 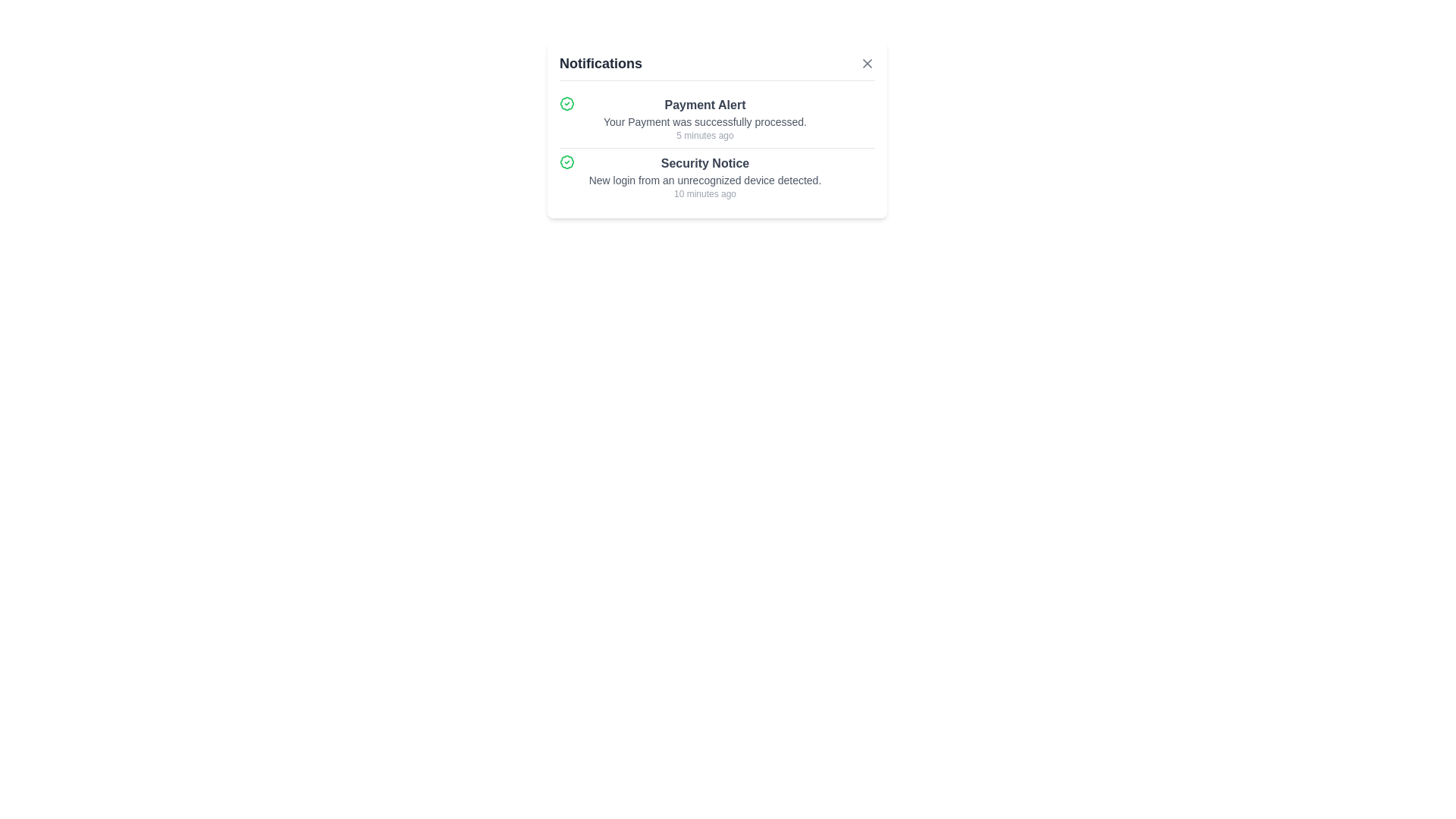 What do you see at coordinates (566, 103) in the screenshot?
I see `the green circular icon with a checkmark inside it, located to the left of the 'Payment Alert' notification message` at bounding box center [566, 103].